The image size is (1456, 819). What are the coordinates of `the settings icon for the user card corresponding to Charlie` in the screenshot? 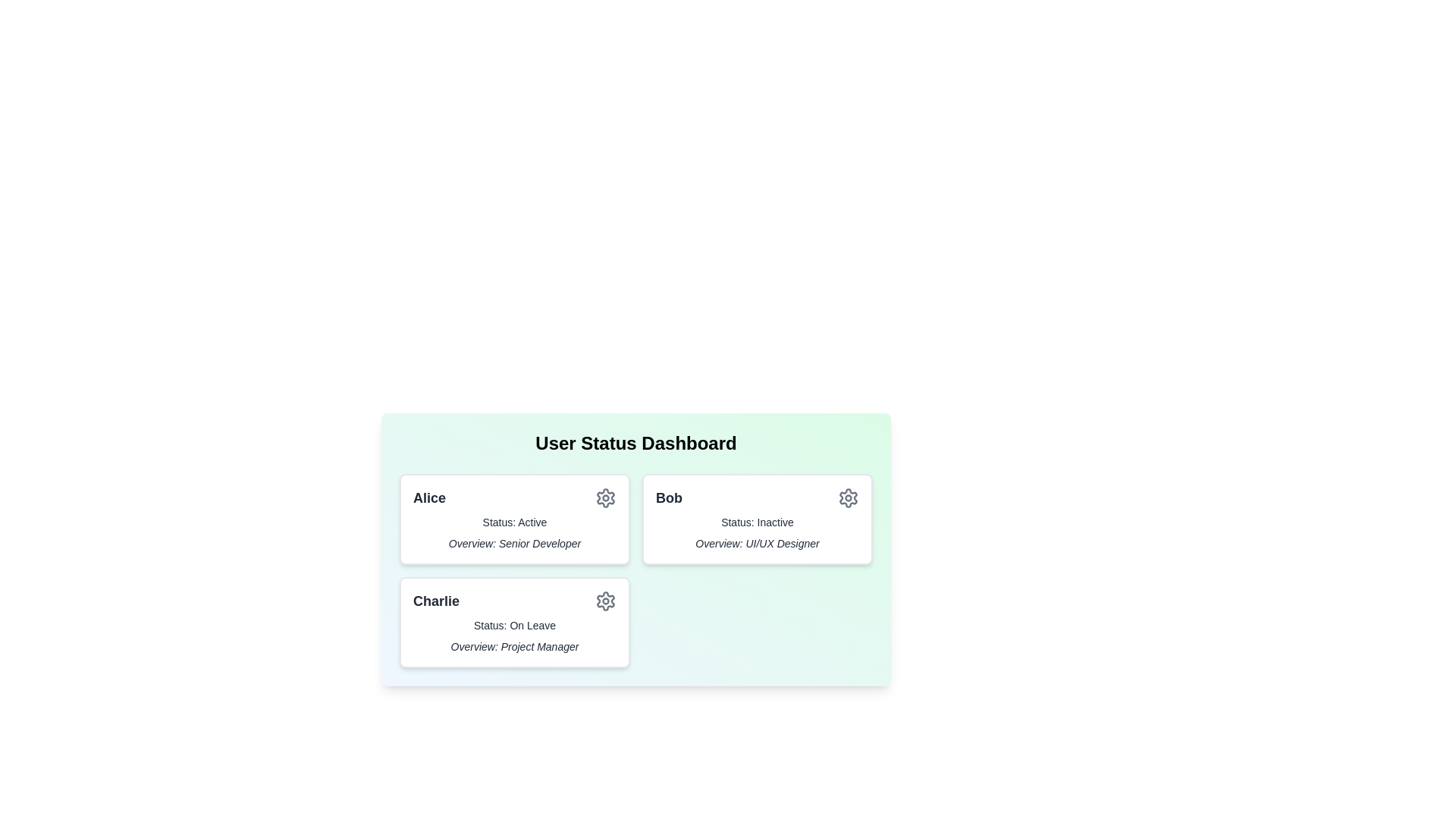 It's located at (604, 601).